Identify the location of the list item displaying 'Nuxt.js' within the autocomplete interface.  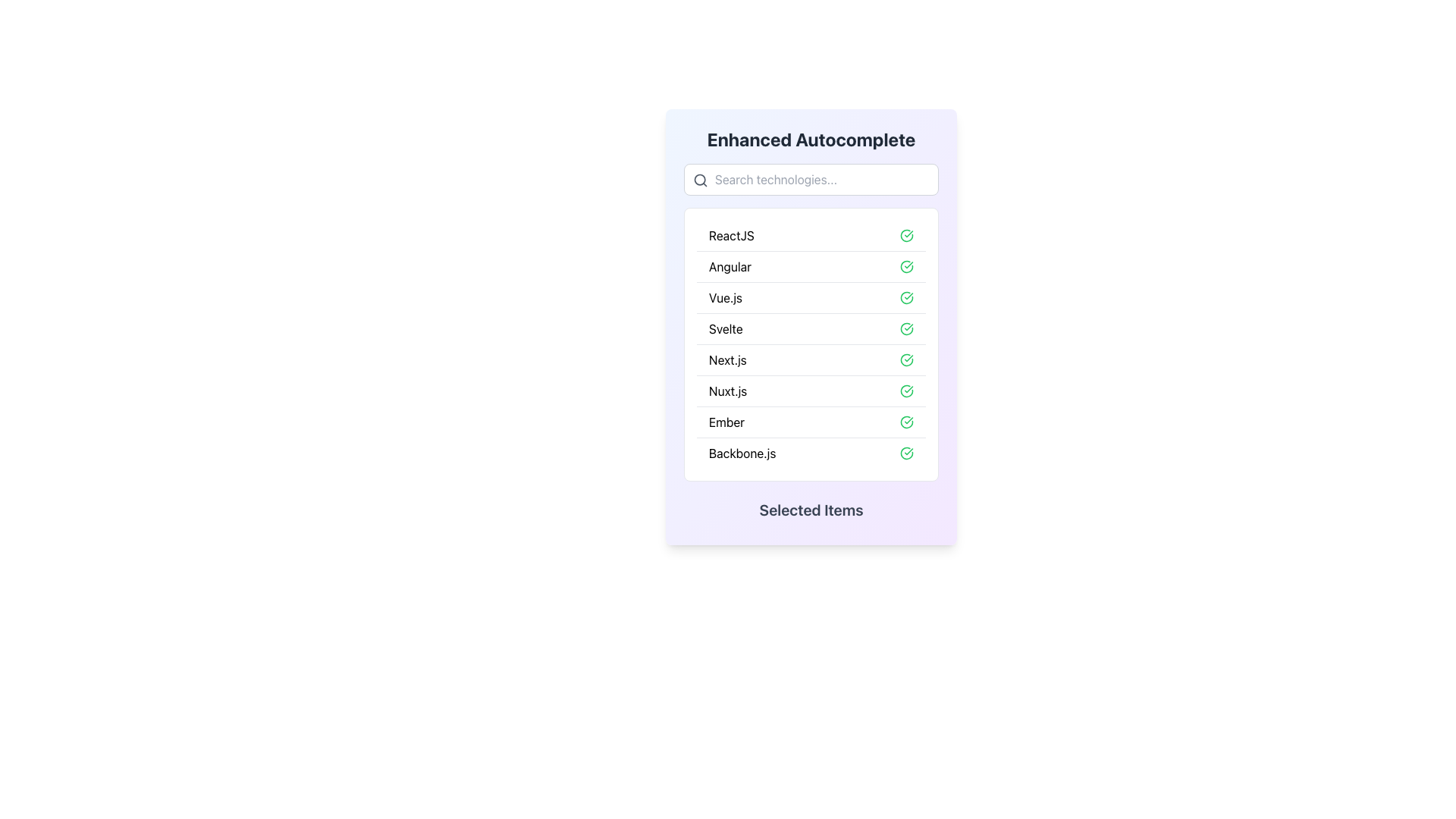
(728, 391).